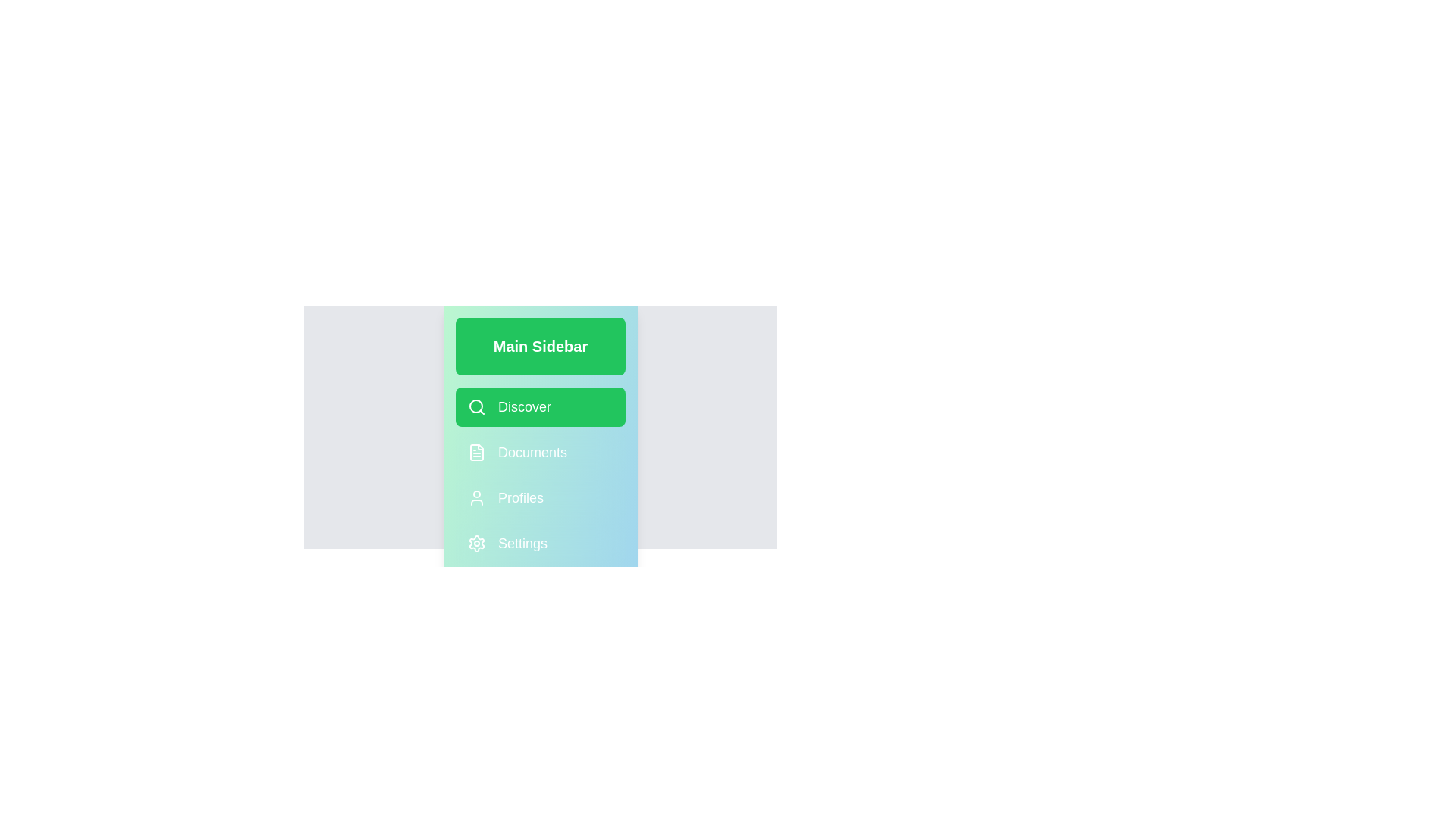  What do you see at coordinates (475, 543) in the screenshot?
I see `the gear icon representing the settings option located in the lower part of the sidebar interface` at bounding box center [475, 543].